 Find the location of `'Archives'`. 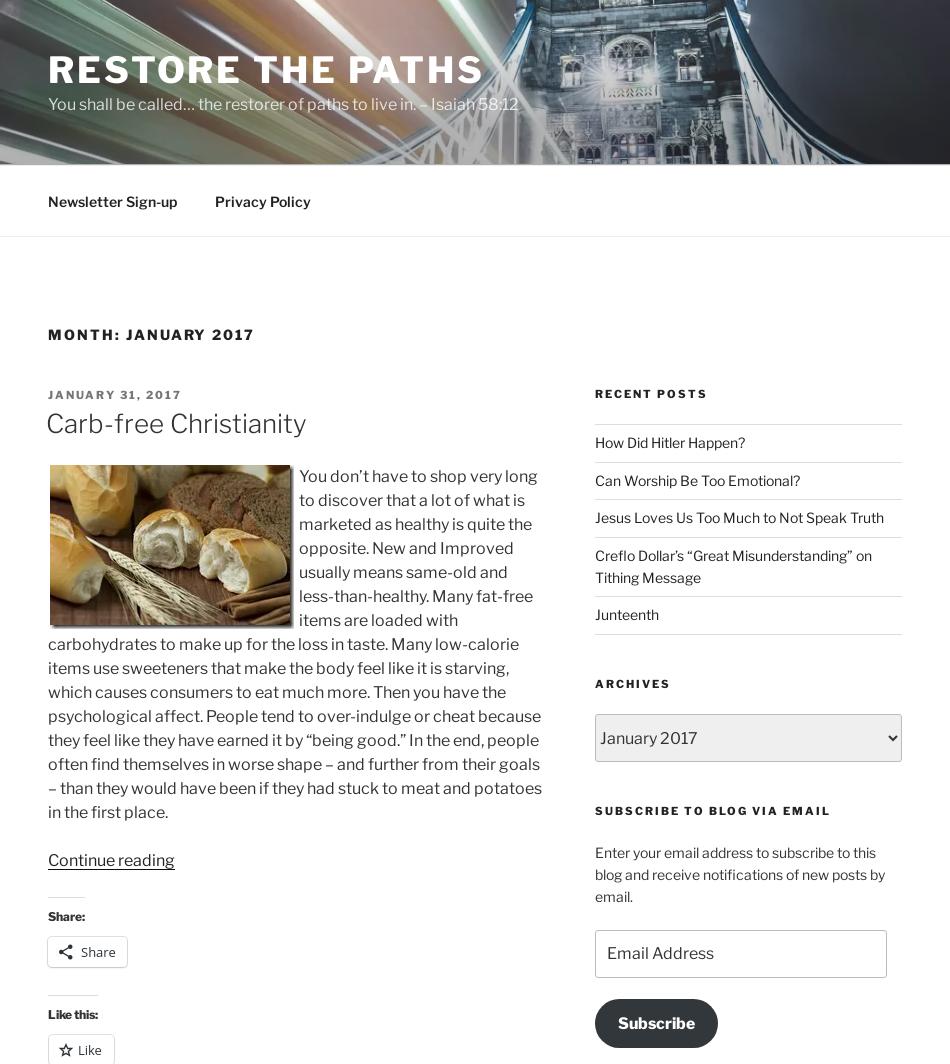

'Archives' is located at coordinates (594, 682).